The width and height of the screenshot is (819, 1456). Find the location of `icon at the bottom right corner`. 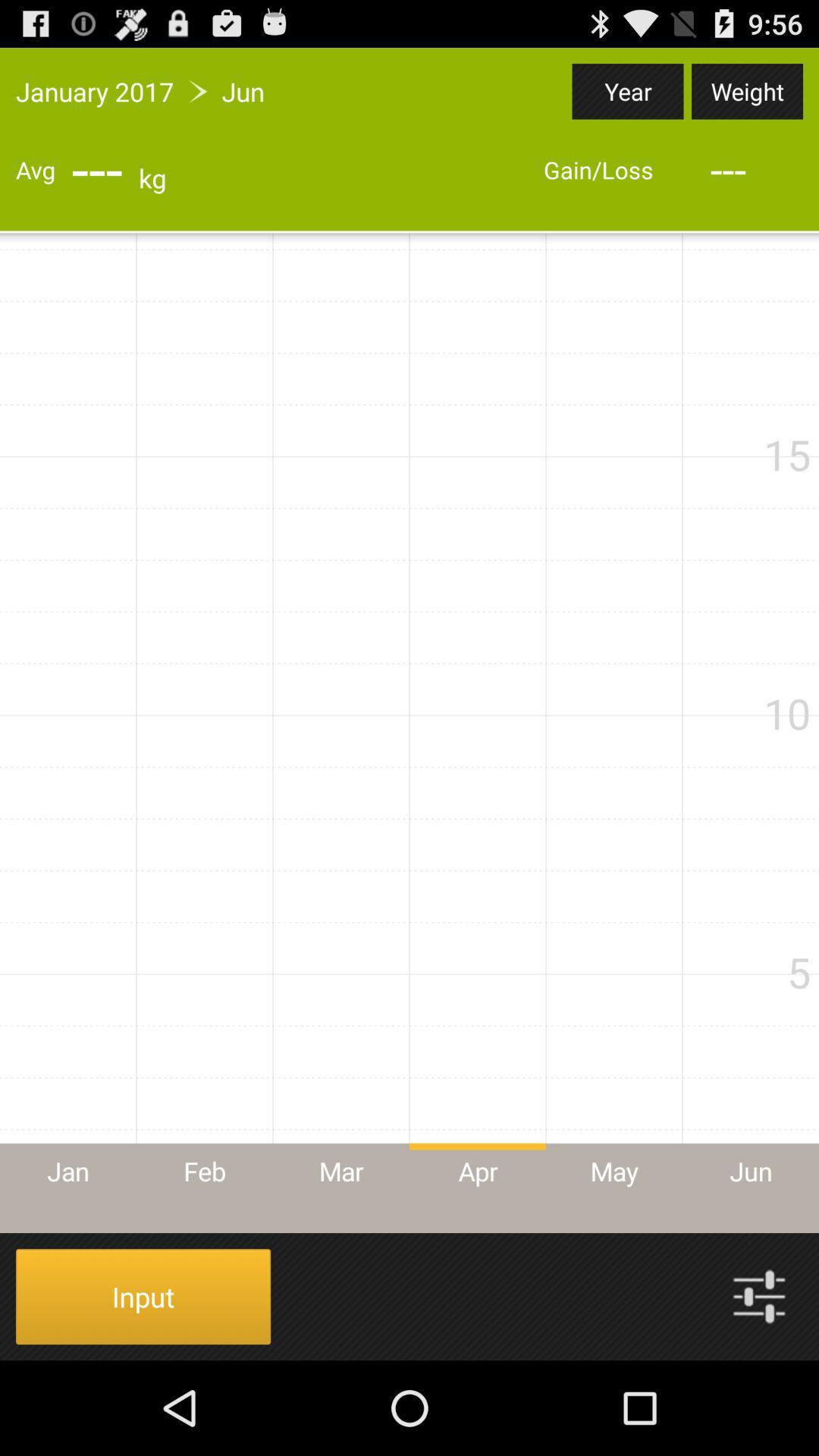

icon at the bottom right corner is located at coordinates (759, 1295).